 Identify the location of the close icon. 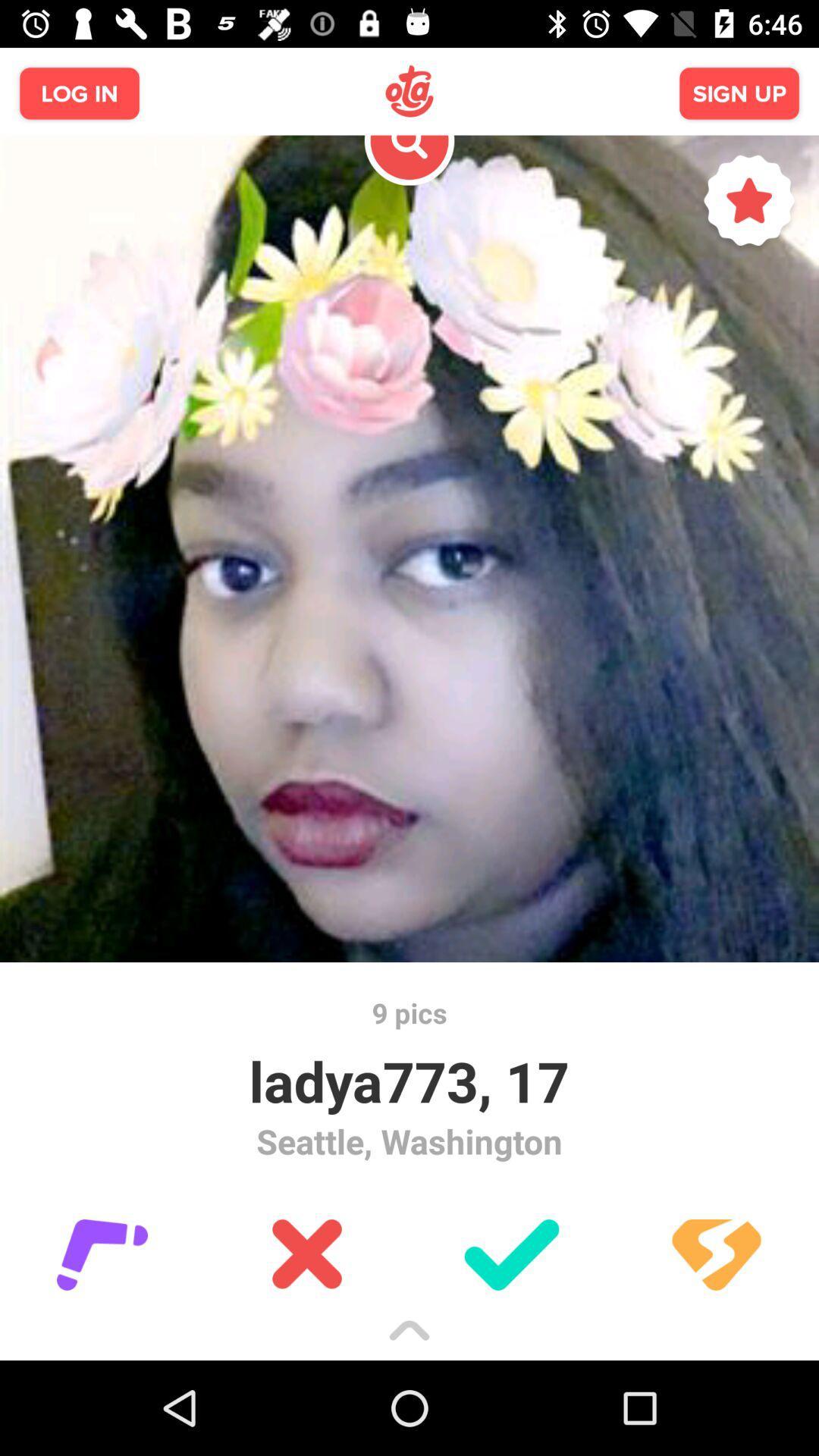
(307, 1254).